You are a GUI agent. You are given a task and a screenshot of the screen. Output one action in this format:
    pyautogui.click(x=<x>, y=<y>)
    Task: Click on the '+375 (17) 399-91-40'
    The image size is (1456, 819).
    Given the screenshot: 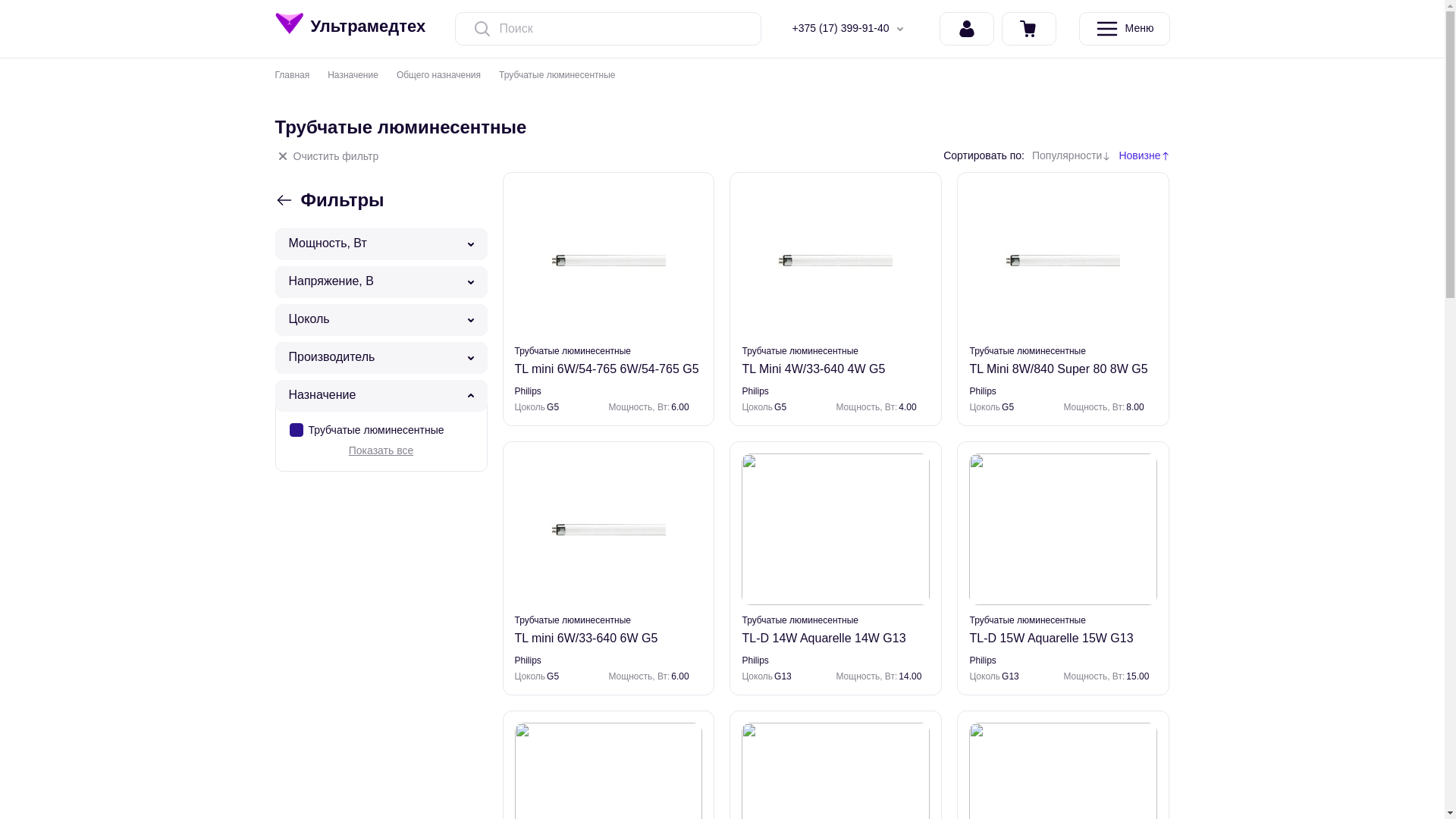 What is the action you would take?
    pyautogui.click(x=850, y=29)
    